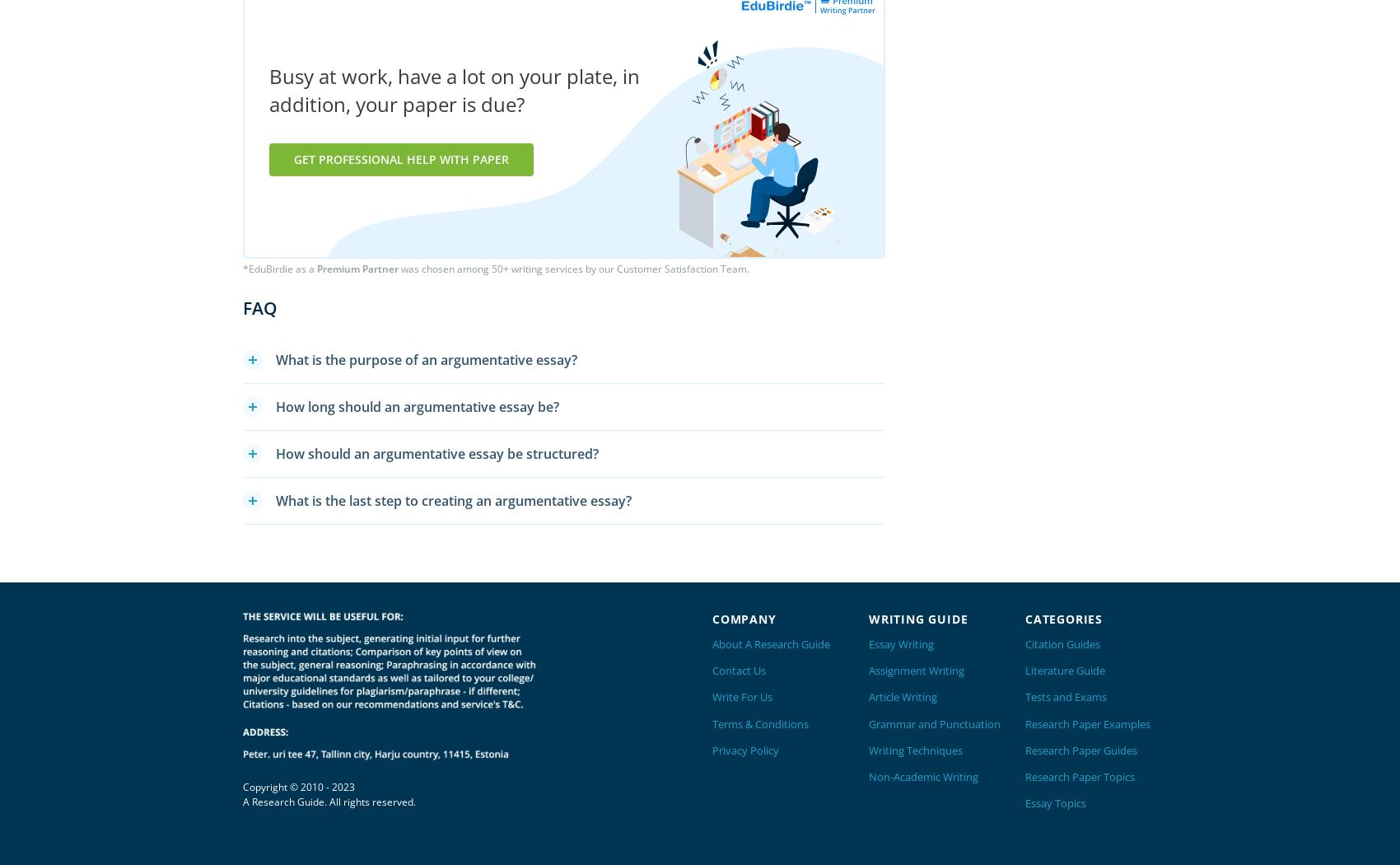 This screenshot has height=865, width=1400. I want to click on 'Citation Guides', so click(1062, 644).